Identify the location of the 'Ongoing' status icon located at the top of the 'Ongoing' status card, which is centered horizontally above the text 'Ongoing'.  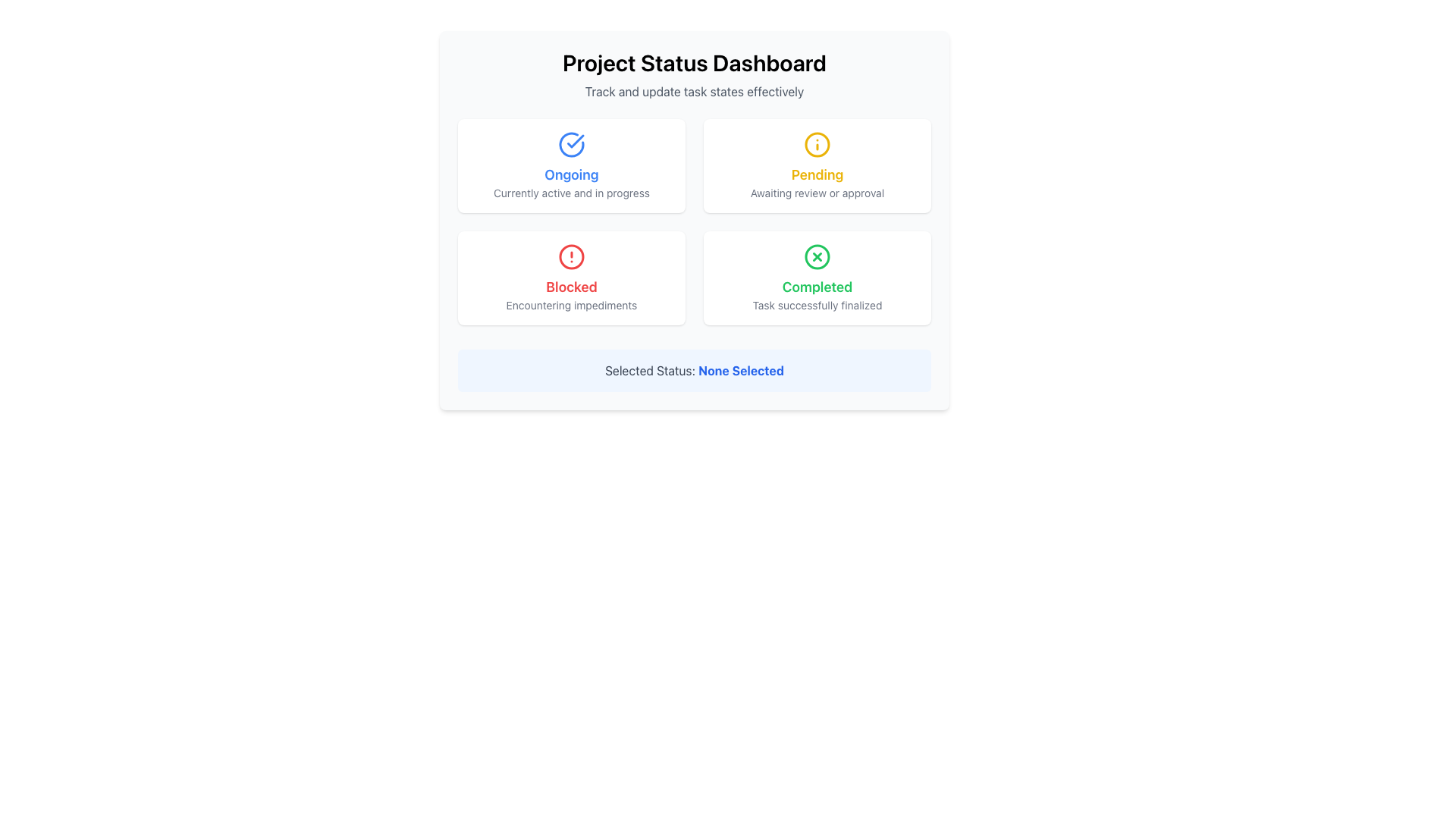
(570, 145).